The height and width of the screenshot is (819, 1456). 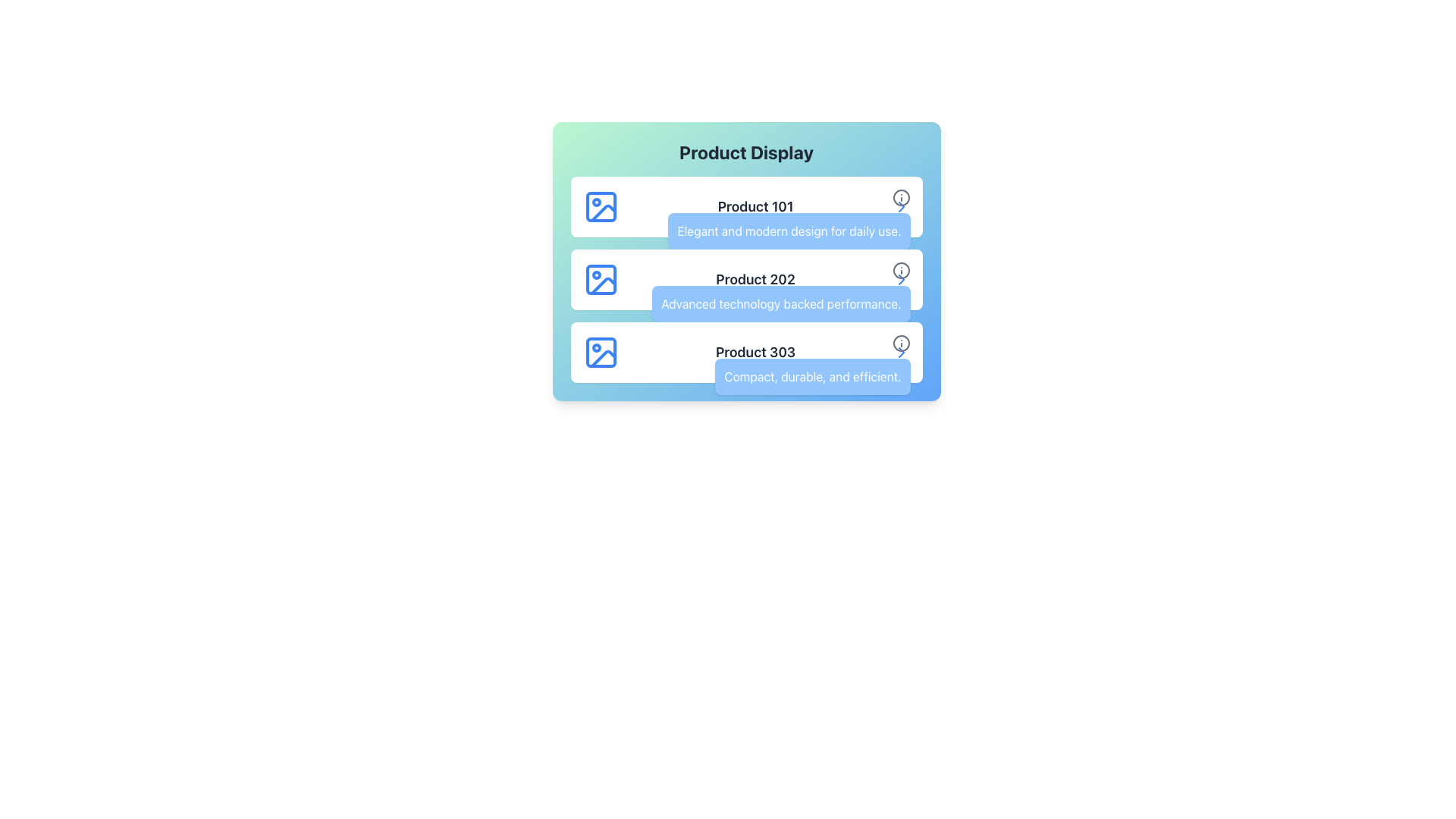 I want to click on descriptive text label for Product 303, which is located below the Product 303 title in the third product listing, aligned to the right side, so click(x=811, y=376).